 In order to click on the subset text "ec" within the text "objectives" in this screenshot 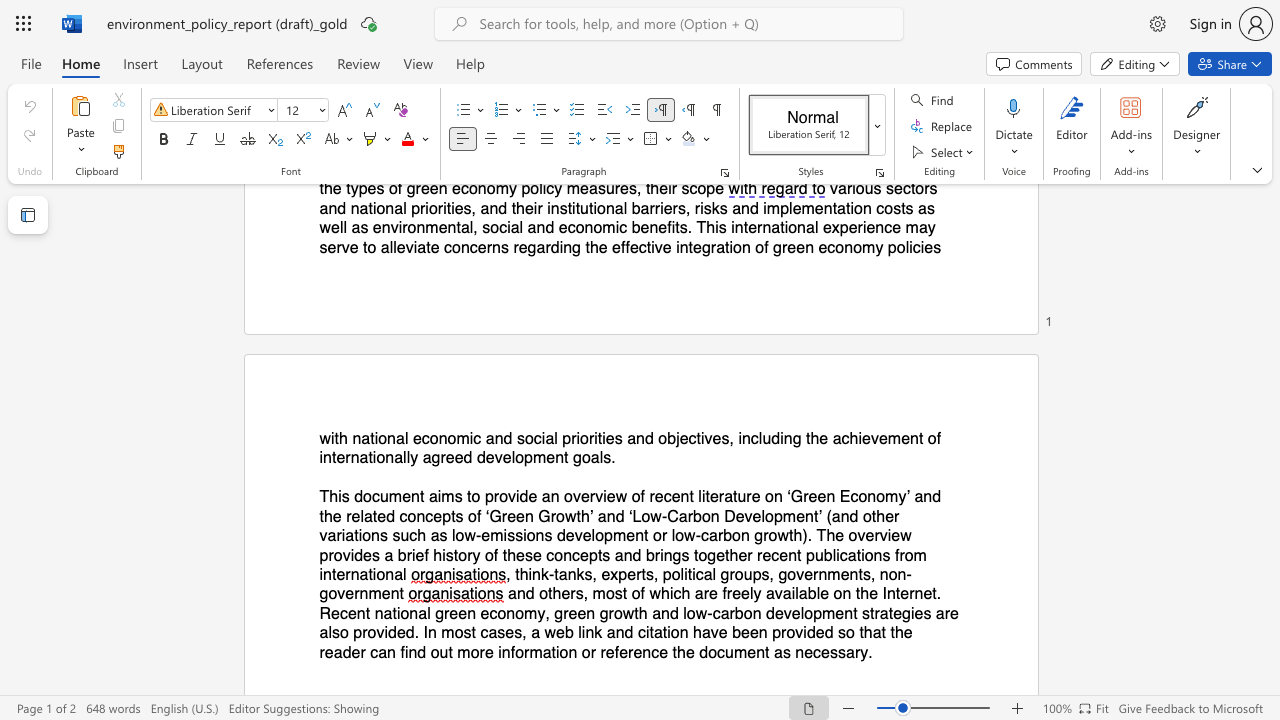, I will do `click(679, 437)`.